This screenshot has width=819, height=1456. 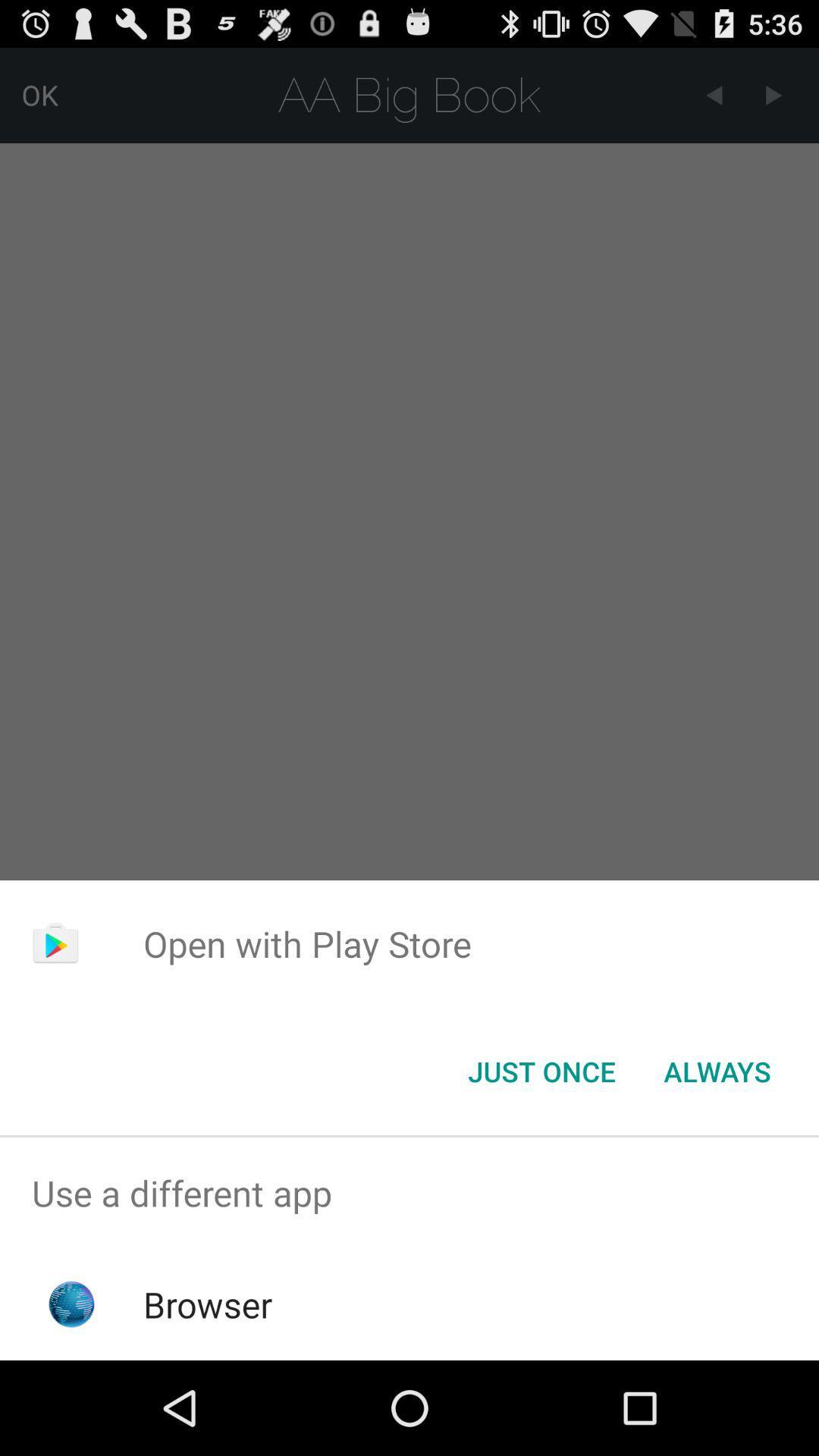 What do you see at coordinates (717, 1070) in the screenshot?
I see `the icon at the bottom right corner` at bounding box center [717, 1070].